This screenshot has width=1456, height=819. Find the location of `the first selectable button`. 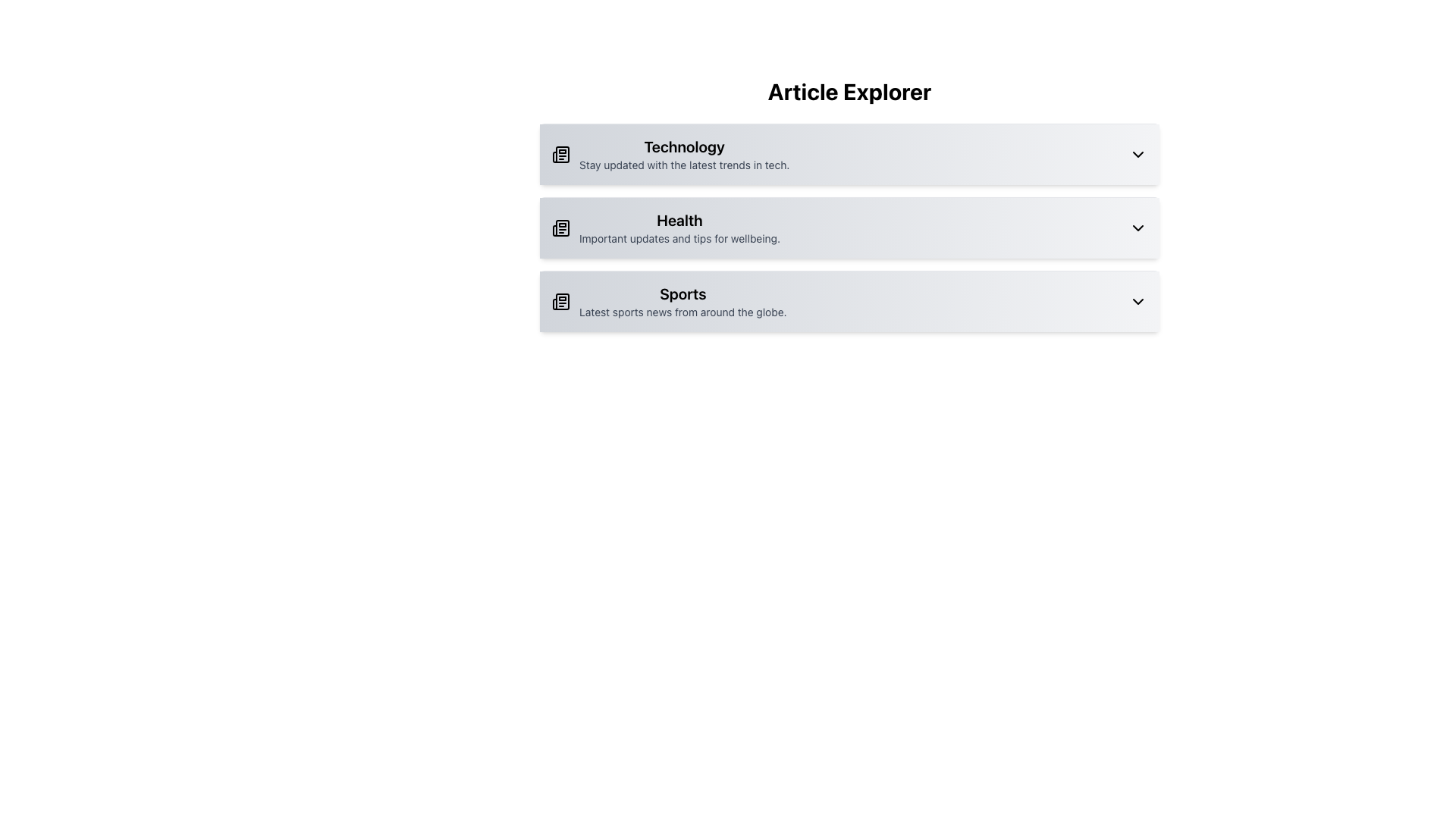

the first selectable button is located at coordinates (849, 155).